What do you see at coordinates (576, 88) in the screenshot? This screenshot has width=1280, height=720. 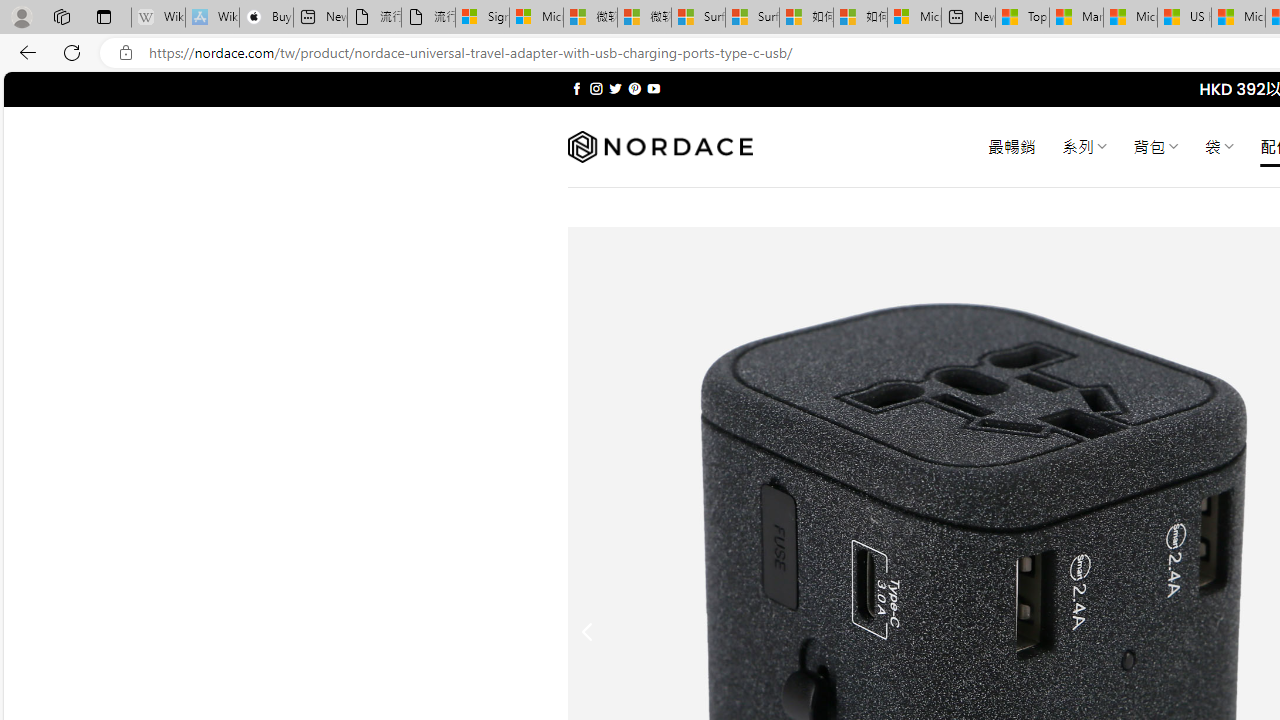 I see `'Follow on Facebook'` at bounding box center [576, 88].